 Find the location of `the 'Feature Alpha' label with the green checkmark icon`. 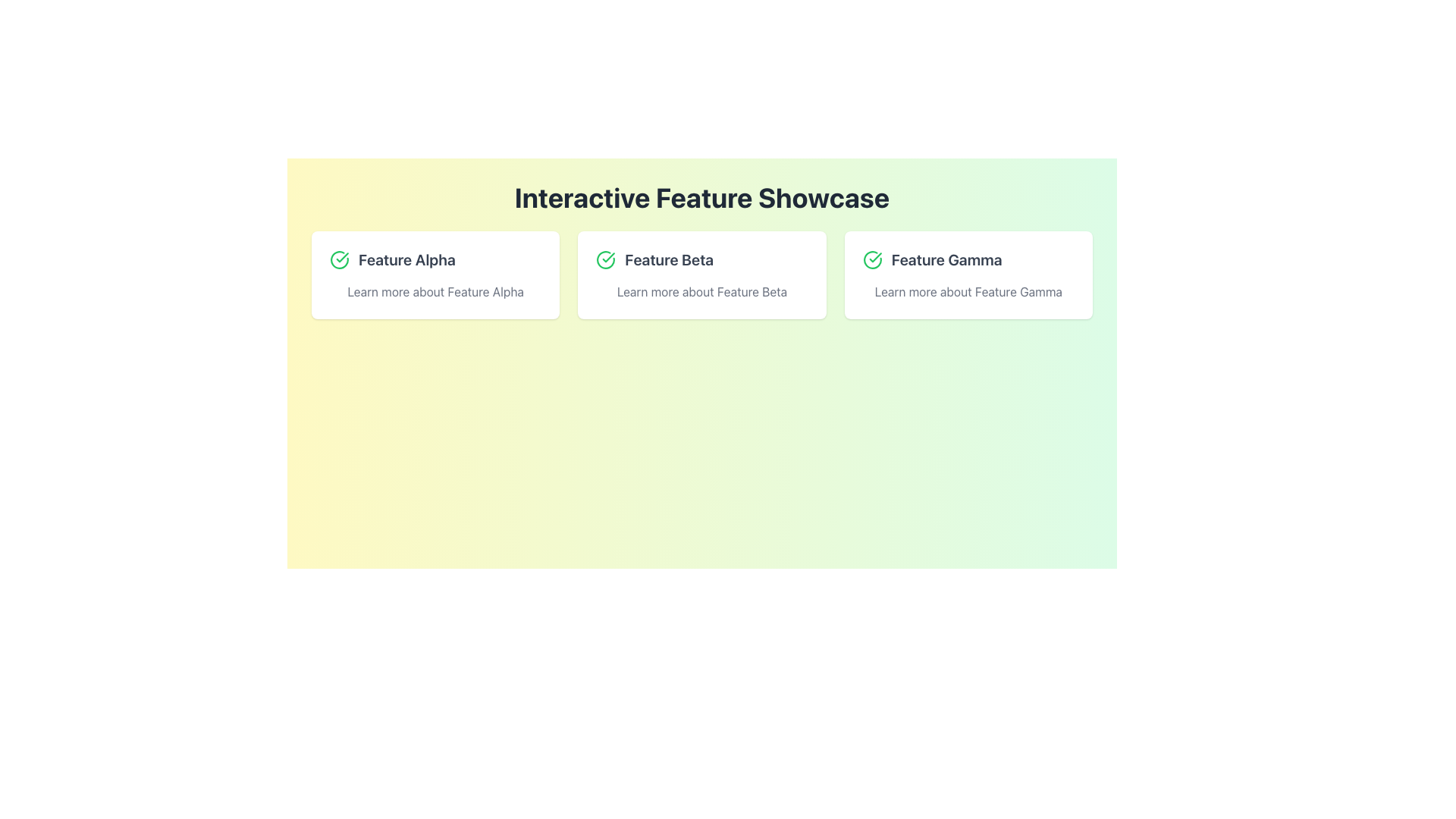

the 'Feature Alpha' label with the green checkmark icon is located at coordinates (435, 259).